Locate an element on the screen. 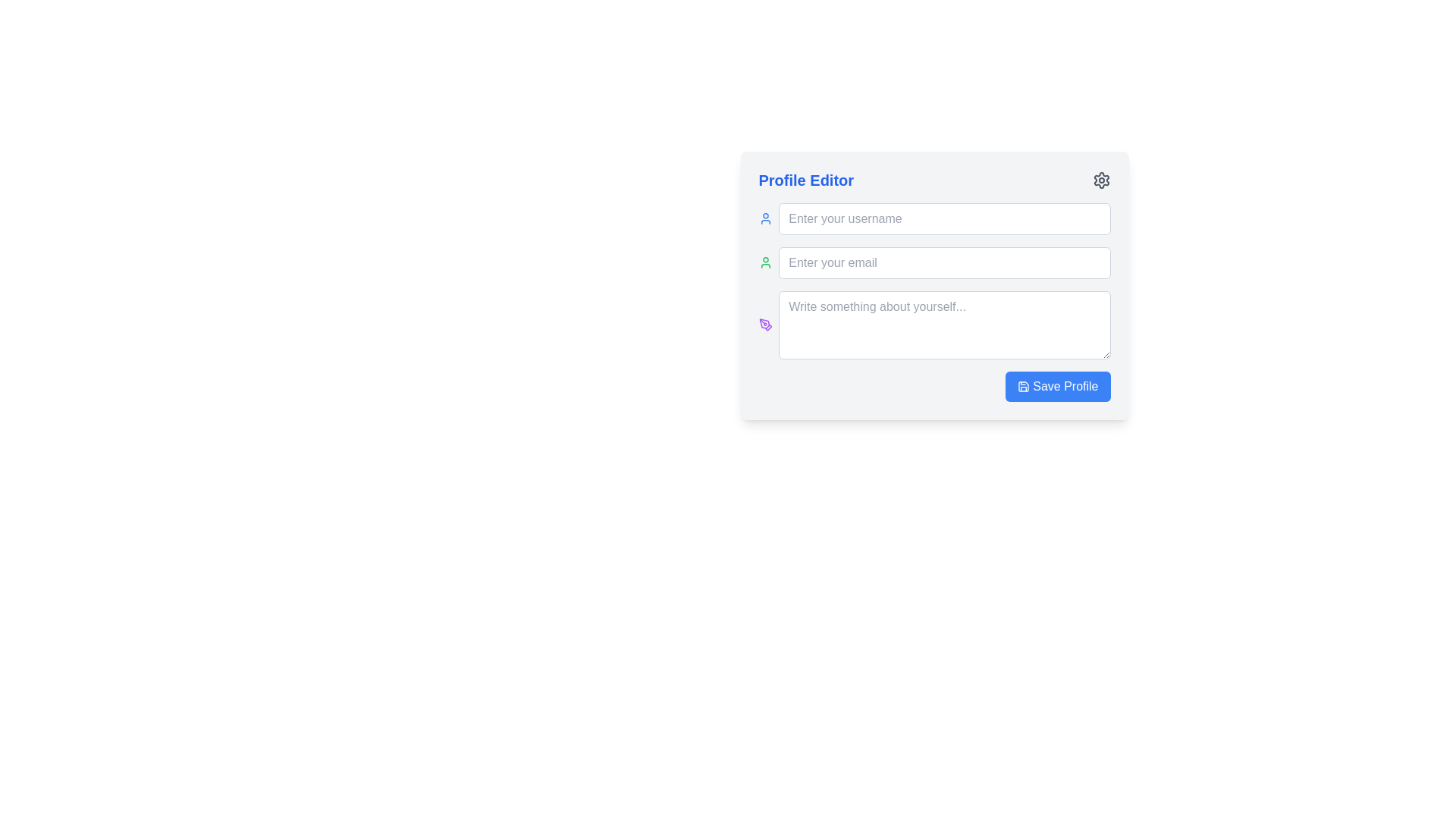 This screenshot has width=1456, height=819. the save functionality icon located to the left of the 'Save Profile' button at the bottom right corner of the 'Profile Editor' interface is located at coordinates (1024, 385).